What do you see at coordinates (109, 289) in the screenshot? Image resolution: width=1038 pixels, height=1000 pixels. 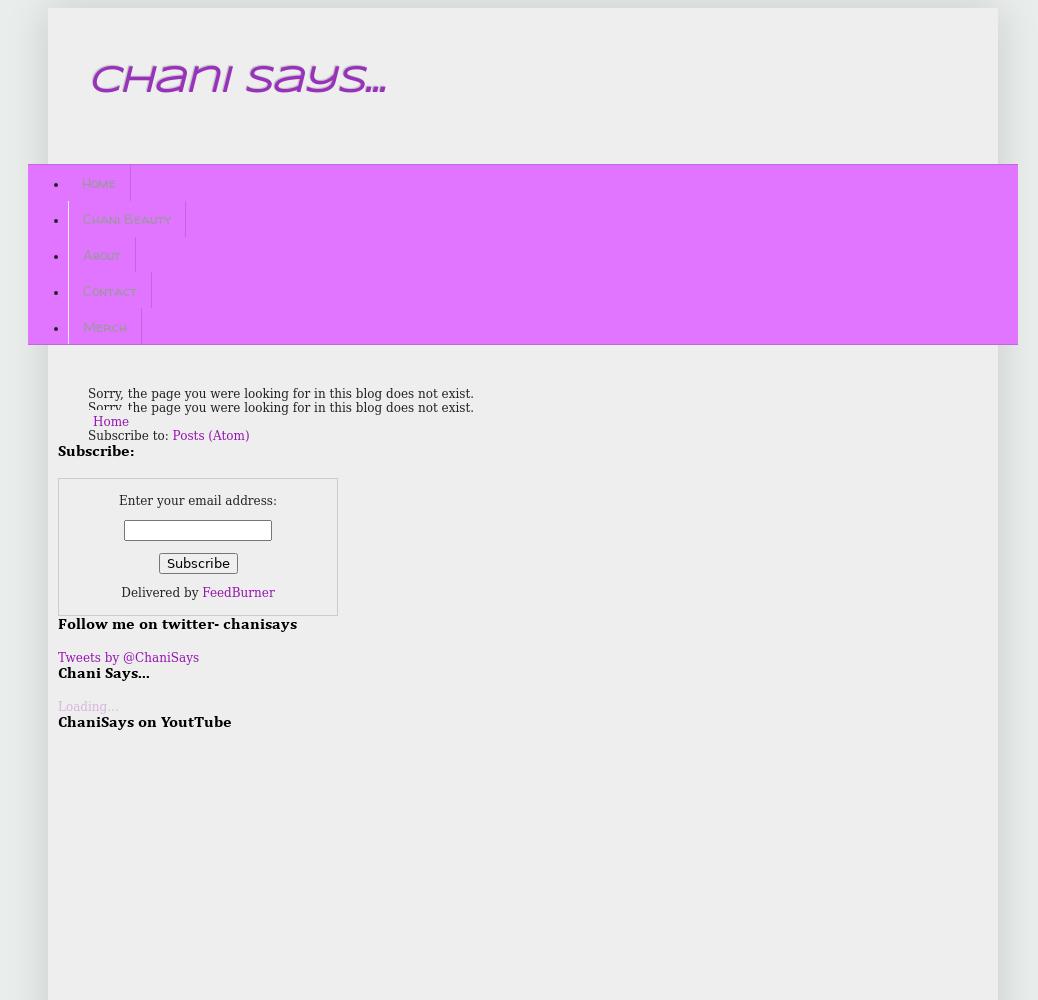 I see `'Contact'` at bounding box center [109, 289].